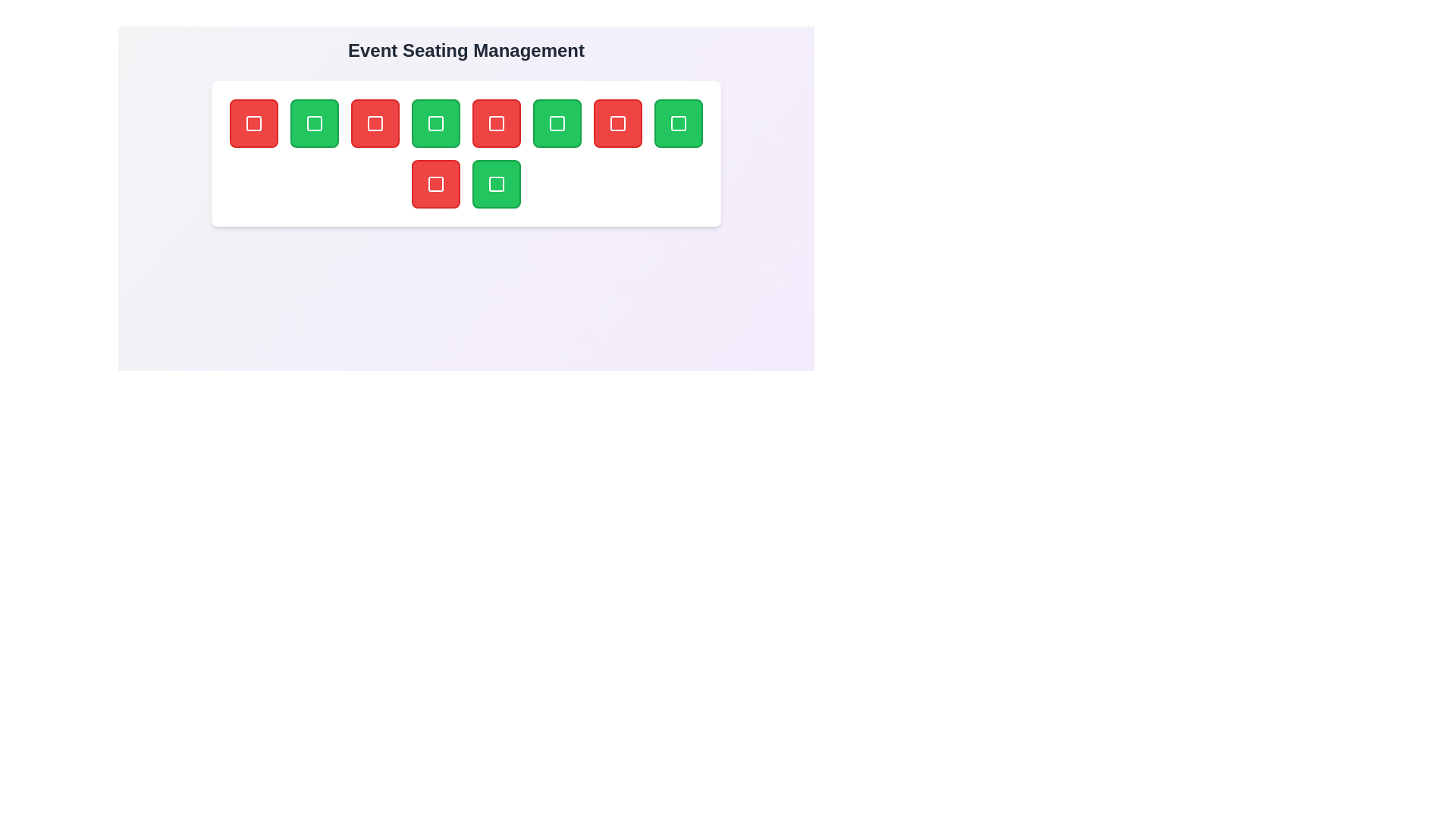 The width and height of the screenshot is (1456, 819). I want to click on the small hollow square icon with a green background representing the selectable seat labeled 'Seat 6' located in the second row, third column of the grid layout, so click(556, 122).